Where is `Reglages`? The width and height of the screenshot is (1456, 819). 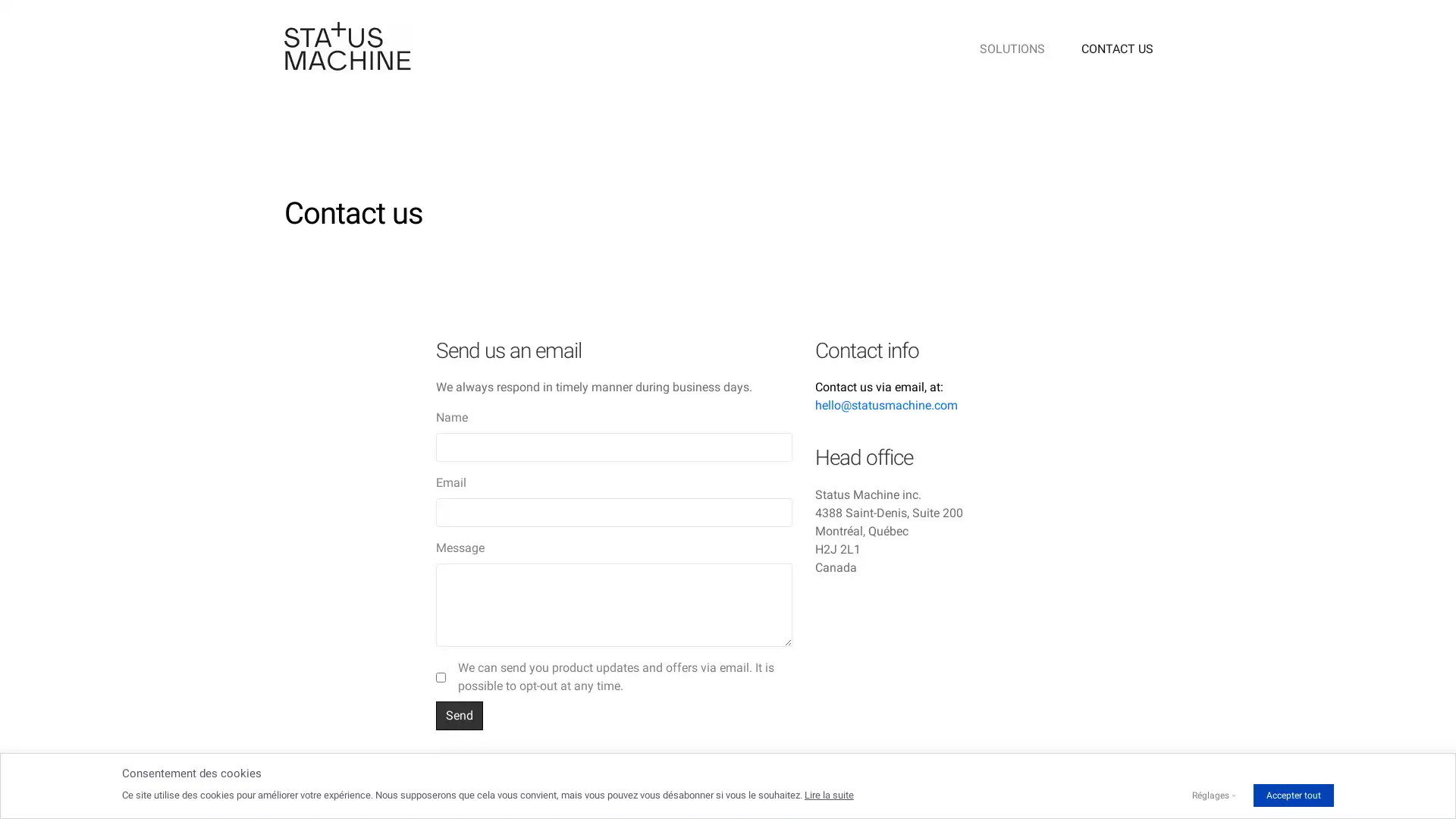
Reglages is located at coordinates (1210, 795).